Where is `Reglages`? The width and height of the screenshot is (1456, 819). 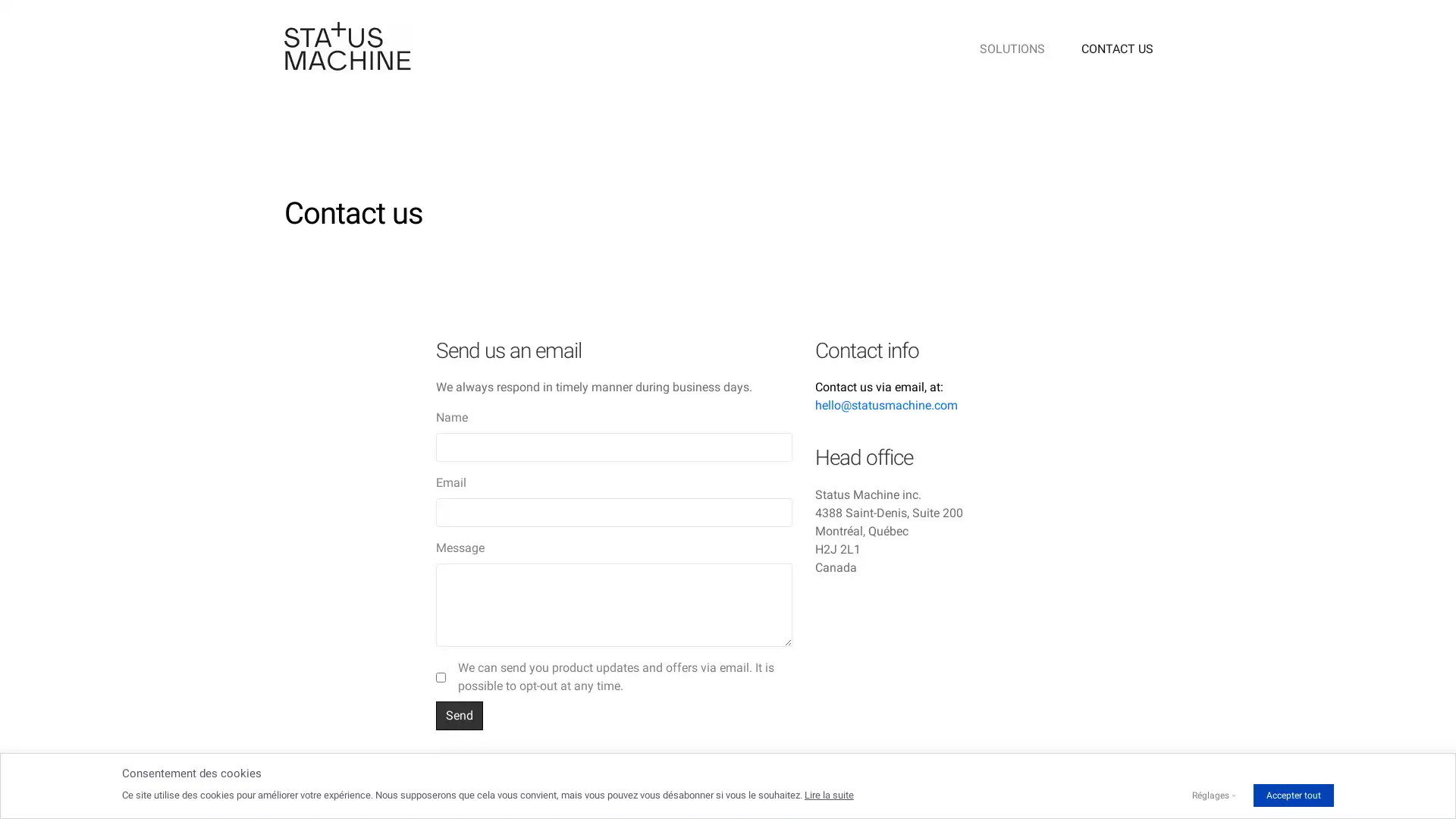
Reglages is located at coordinates (1210, 795).